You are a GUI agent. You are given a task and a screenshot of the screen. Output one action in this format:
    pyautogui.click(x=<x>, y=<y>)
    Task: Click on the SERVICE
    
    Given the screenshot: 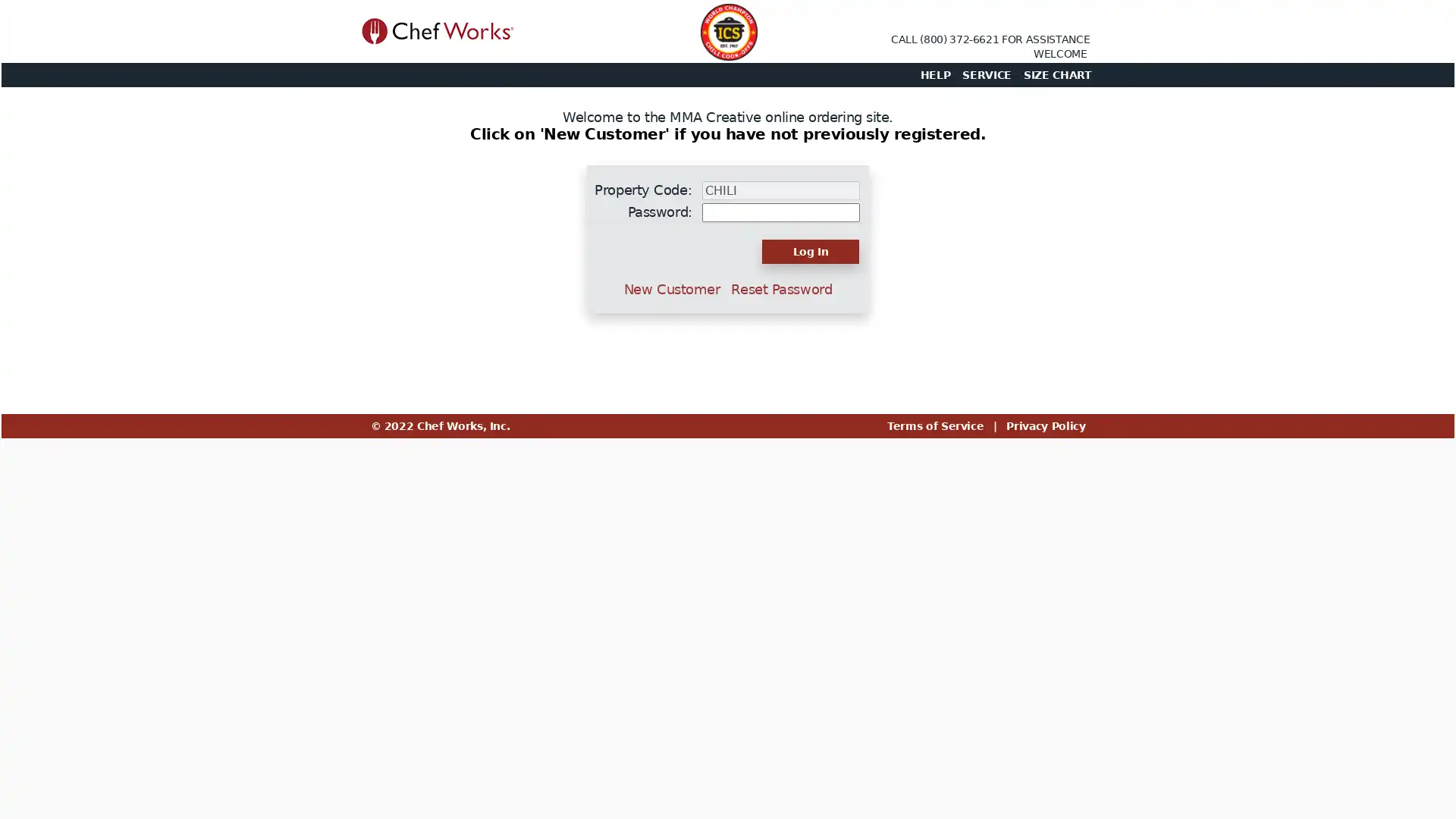 What is the action you would take?
    pyautogui.click(x=987, y=75)
    